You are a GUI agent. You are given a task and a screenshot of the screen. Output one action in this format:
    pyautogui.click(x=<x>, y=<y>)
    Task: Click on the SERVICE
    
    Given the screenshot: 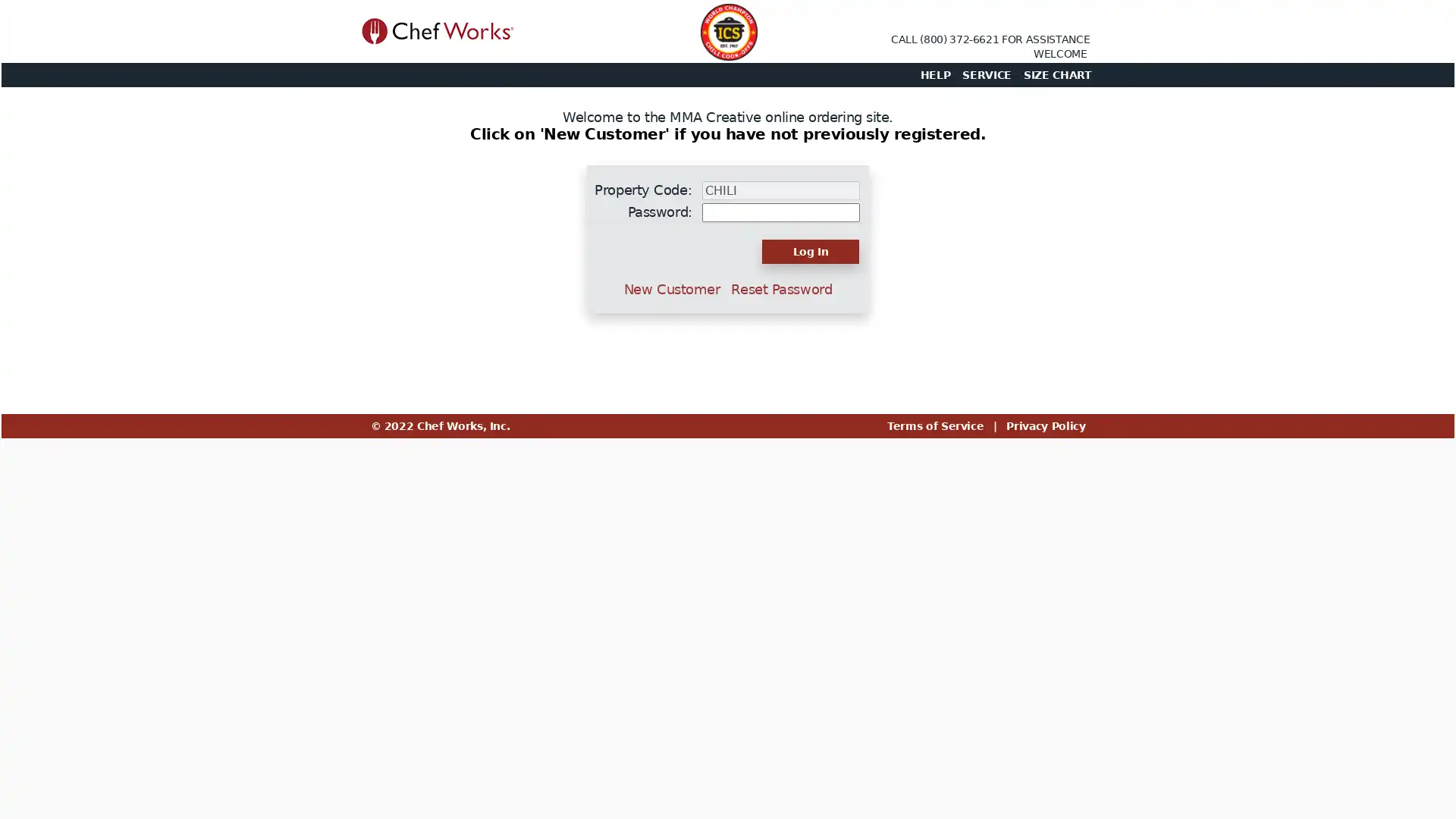 What is the action you would take?
    pyautogui.click(x=987, y=75)
    